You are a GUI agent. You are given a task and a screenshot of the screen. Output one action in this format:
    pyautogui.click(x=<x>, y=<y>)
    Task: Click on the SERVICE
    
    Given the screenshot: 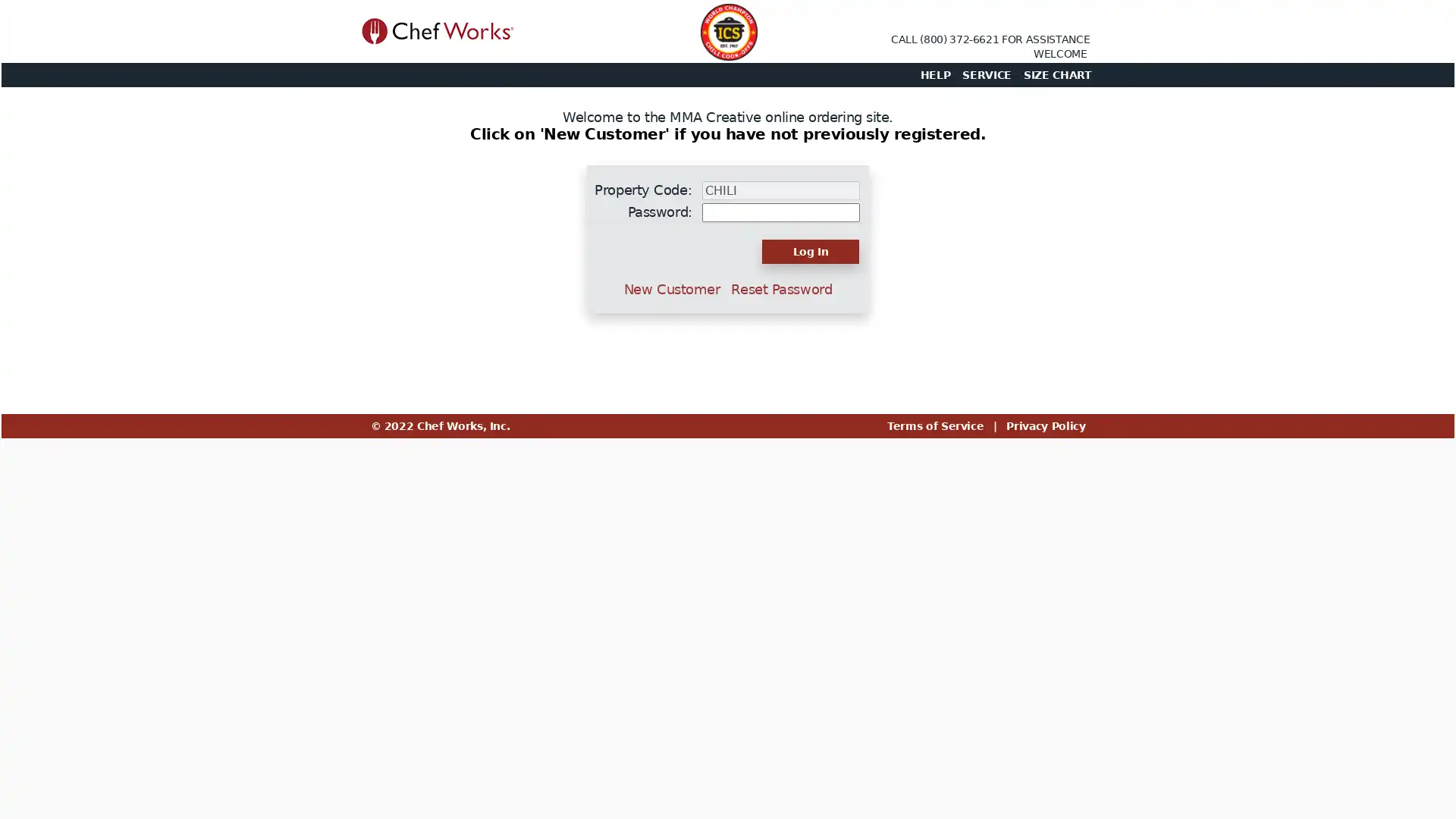 What is the action you would take?
    pyautogui.click(x=987, y=75)
    